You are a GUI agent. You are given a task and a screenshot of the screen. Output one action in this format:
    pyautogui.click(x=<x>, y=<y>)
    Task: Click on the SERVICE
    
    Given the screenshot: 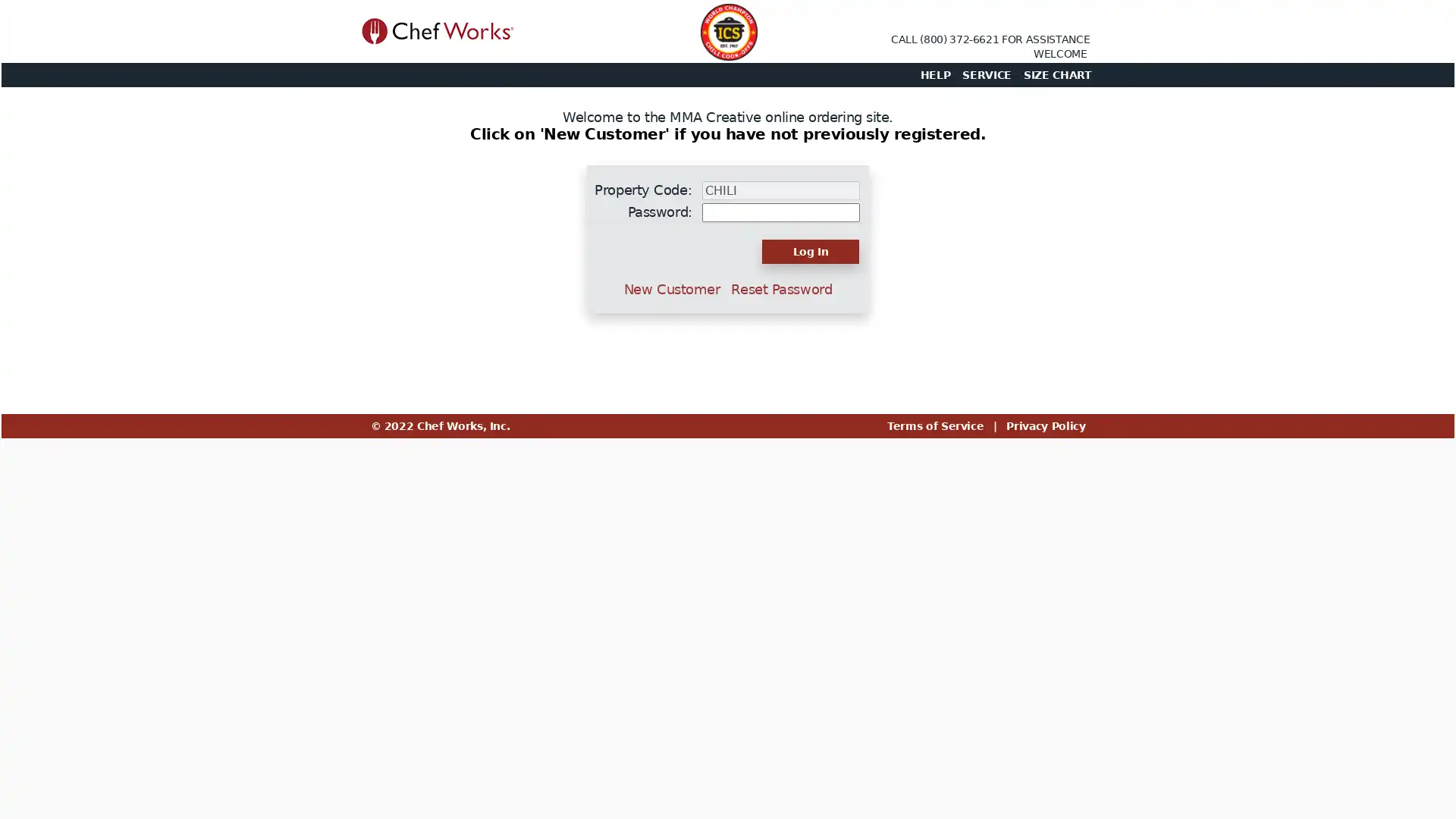 What is the action you would take?
    pyautogui.click(x=987, y=75)
    